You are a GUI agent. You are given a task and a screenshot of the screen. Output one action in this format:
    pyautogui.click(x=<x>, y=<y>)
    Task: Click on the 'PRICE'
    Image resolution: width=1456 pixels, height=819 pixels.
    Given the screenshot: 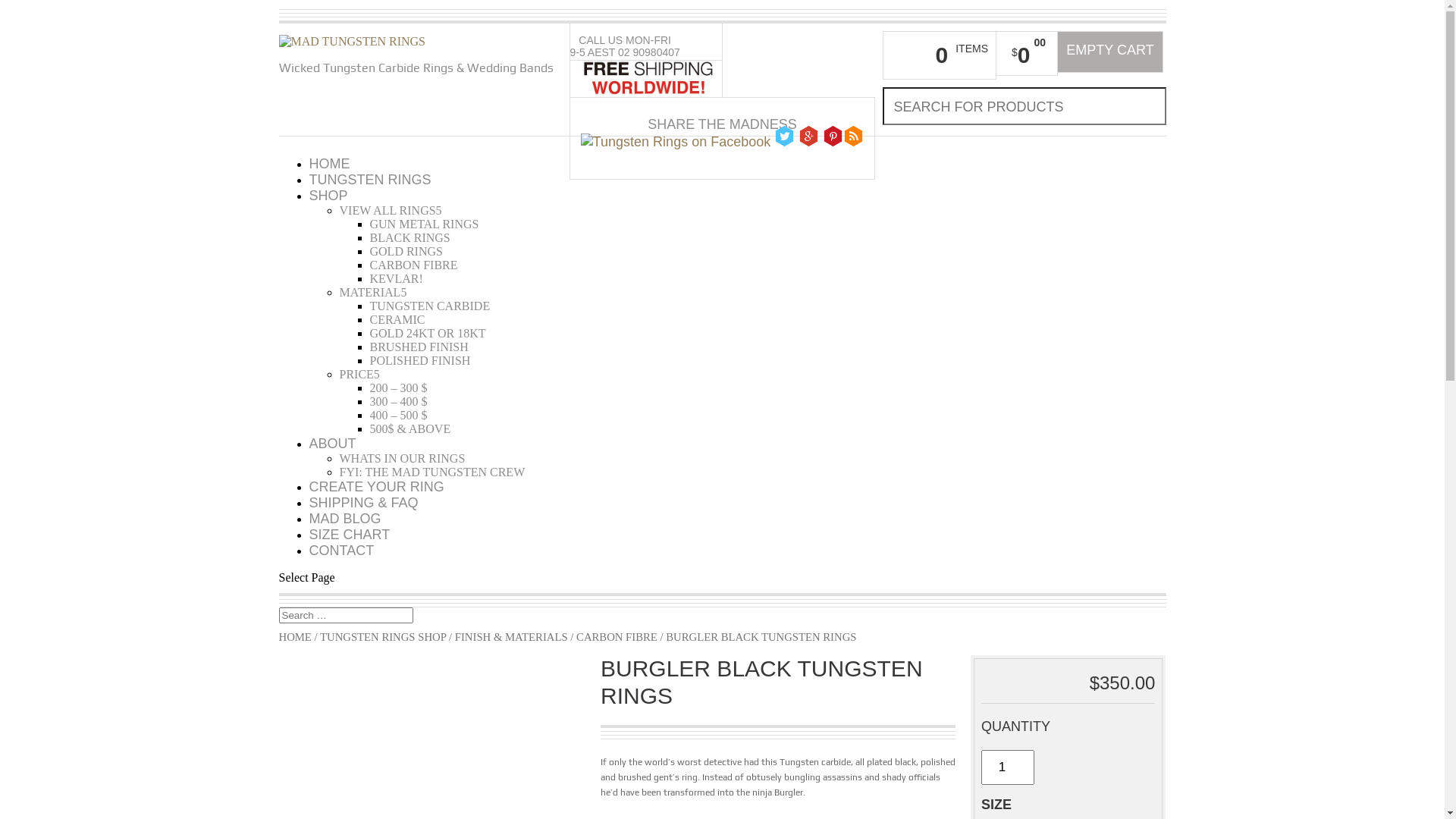 What is the action you would take?
    pyautogui.click(x=338, y=374)
    